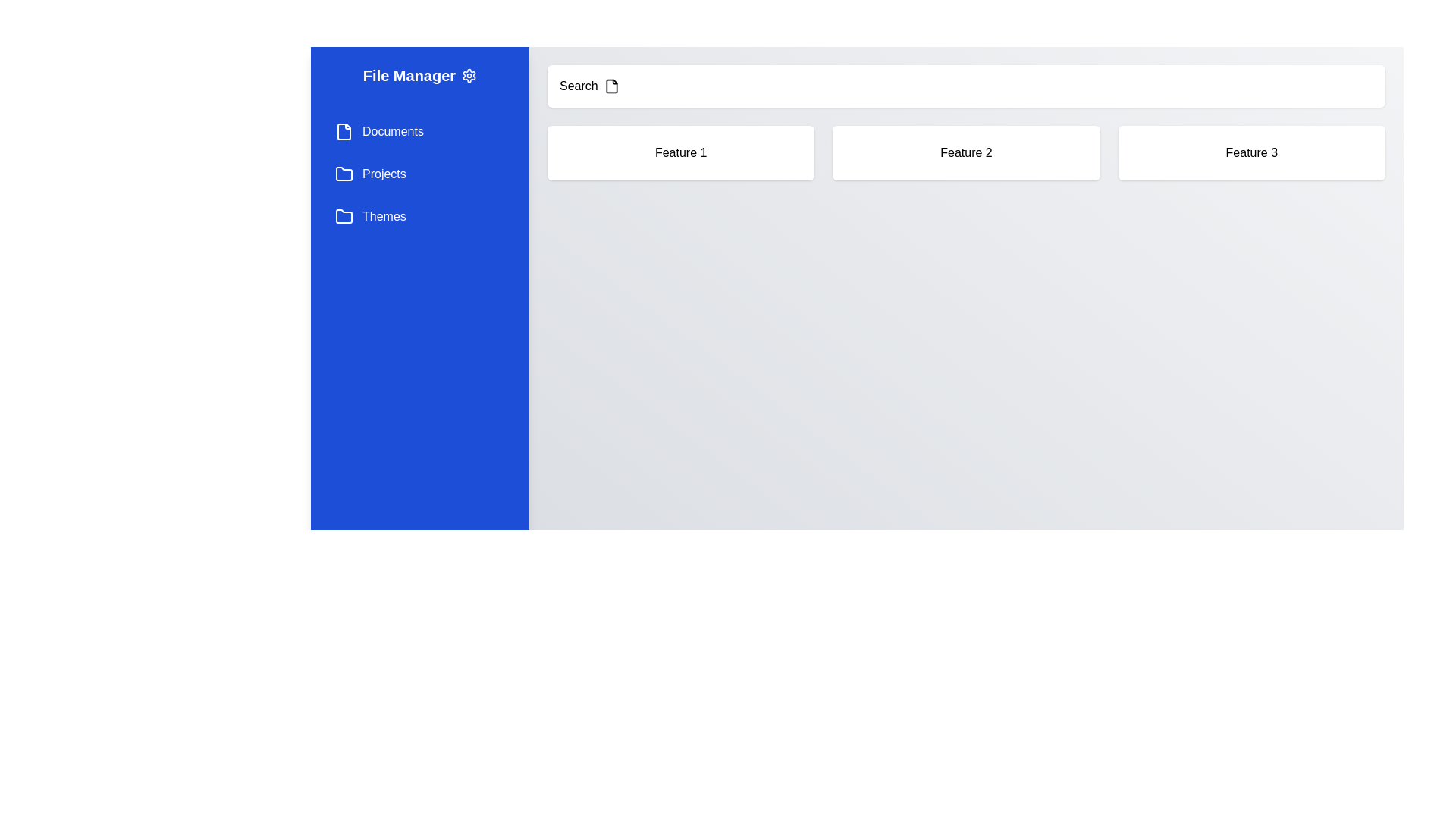 Image resolution: width=1456 pixels, height=819 pixels. Describe the element at coordinates (419, 130) in the screenshot. I see `the sidebar item Documents to navigate to the respective section` at that location.